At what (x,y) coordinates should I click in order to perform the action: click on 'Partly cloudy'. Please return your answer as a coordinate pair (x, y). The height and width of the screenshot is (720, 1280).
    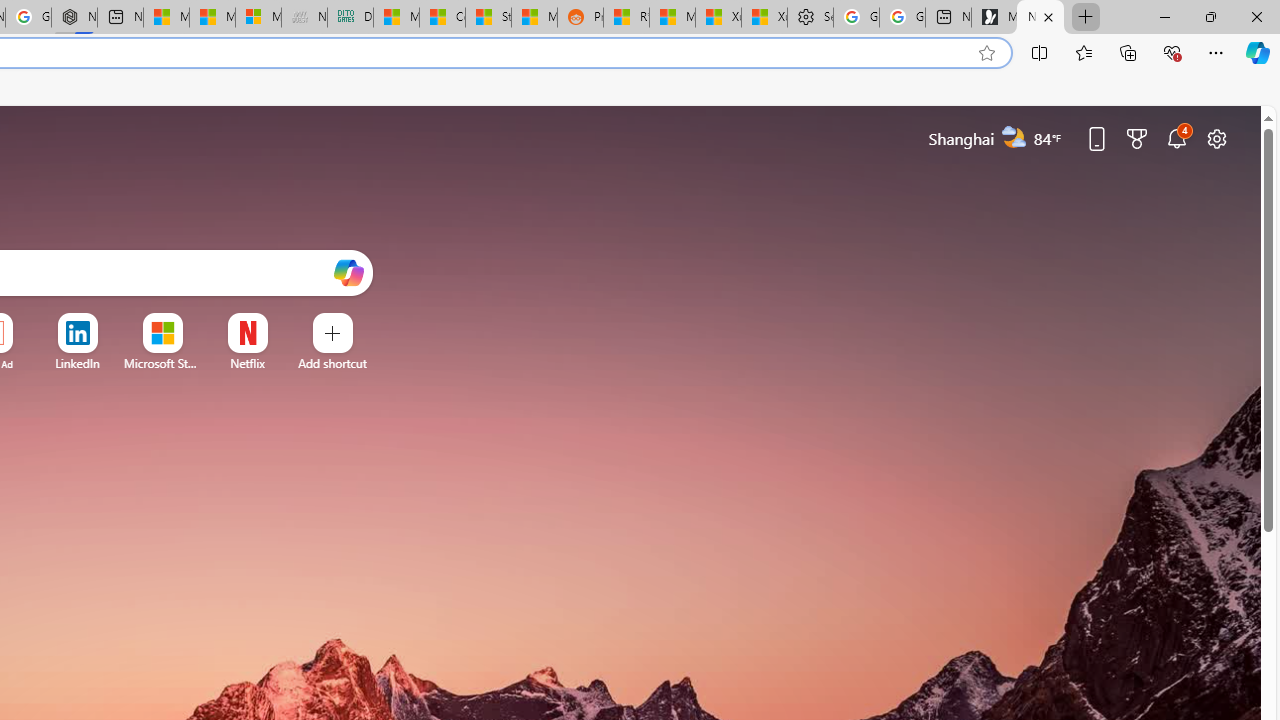
    Looking at the image, I should click on (1014, 136).